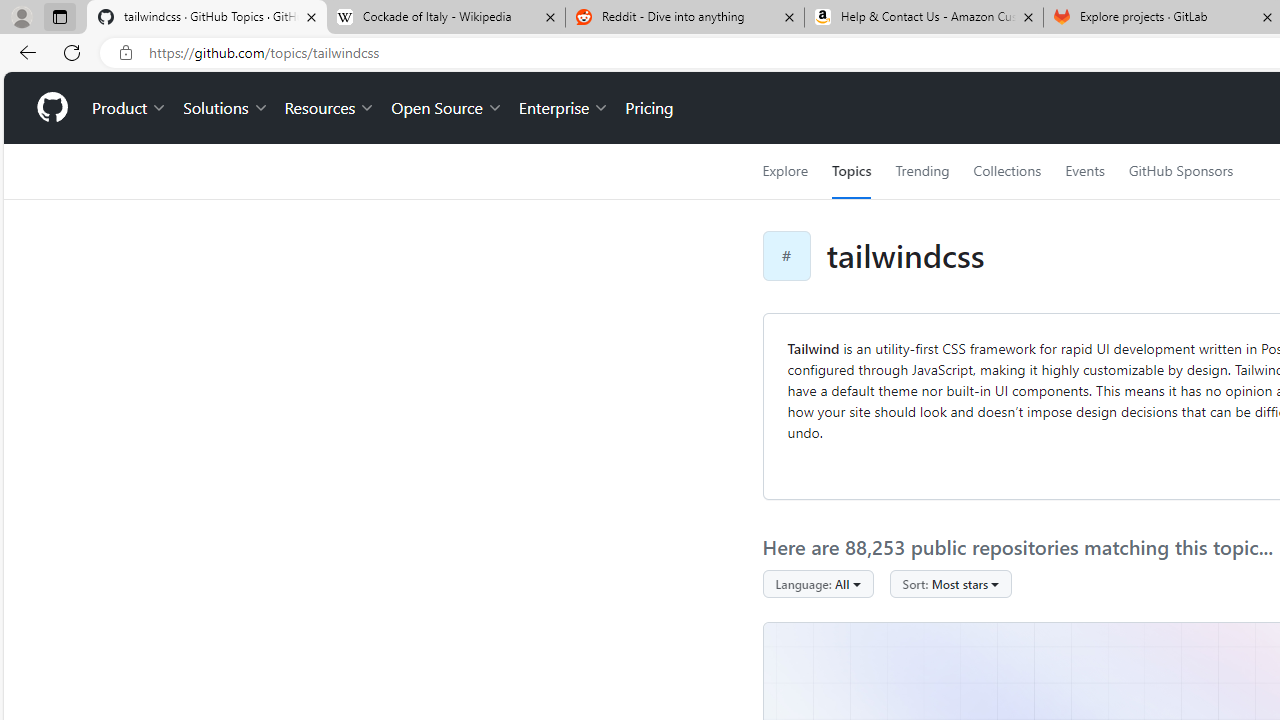  Describe the element at coordinates (444, 17) in the screenshot. I see `'Cockade of Italy - Wikipedia'` at that location.